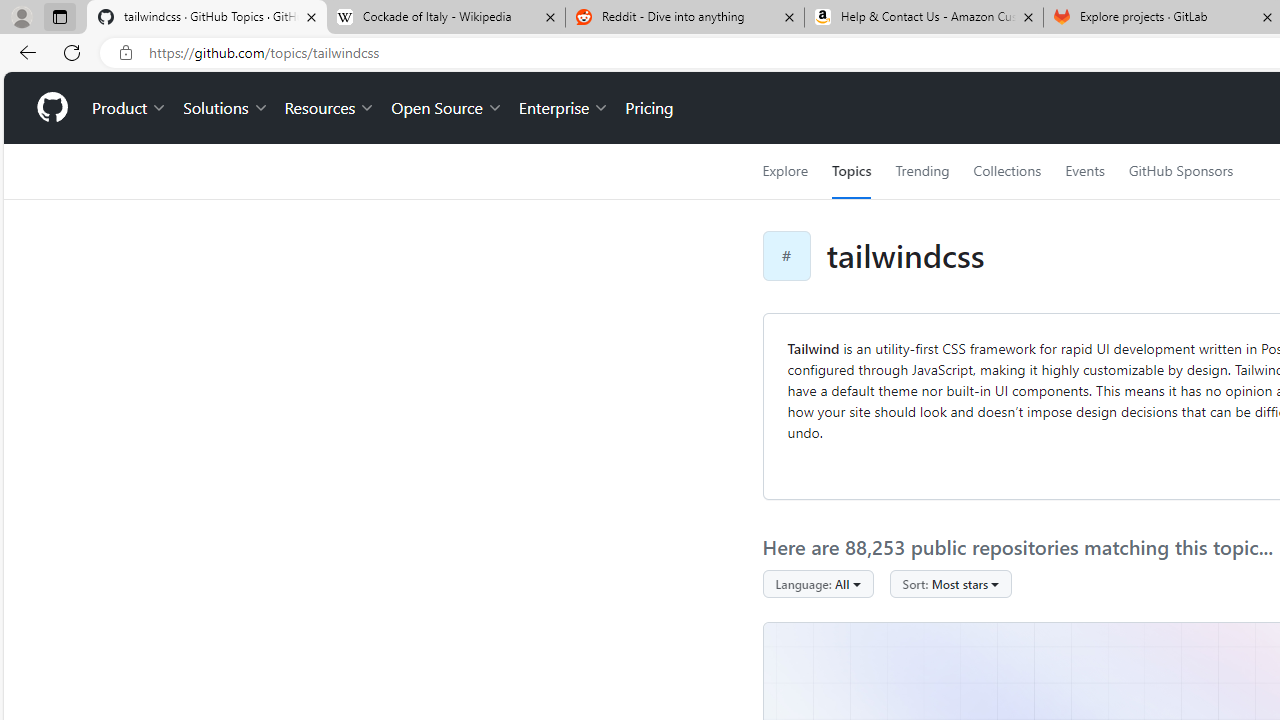  Describe the element at coordinates (444, 17) in the screenshot. I see `'Cockade of Italy - Wikipedia'` at that location.